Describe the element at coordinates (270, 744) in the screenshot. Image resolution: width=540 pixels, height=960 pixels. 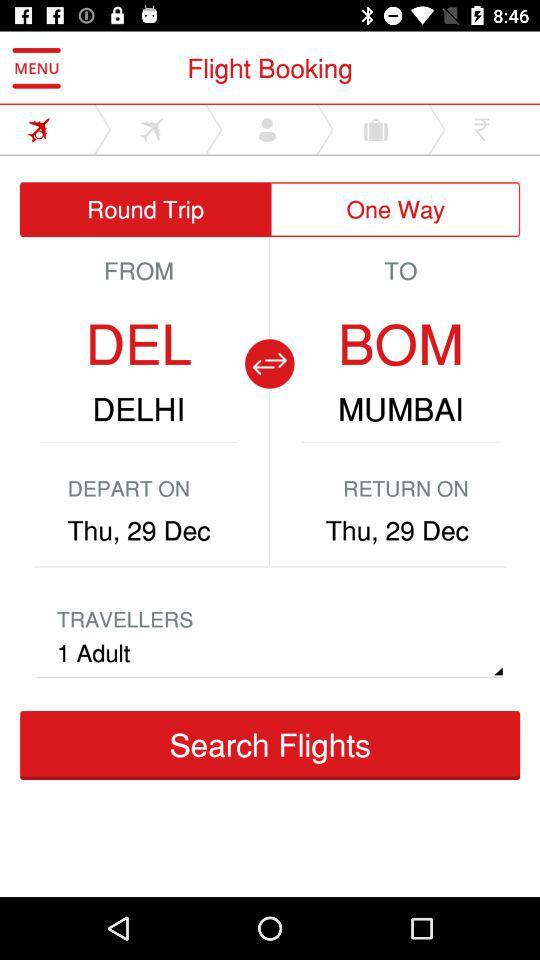
I see `search flights icon` at that location.